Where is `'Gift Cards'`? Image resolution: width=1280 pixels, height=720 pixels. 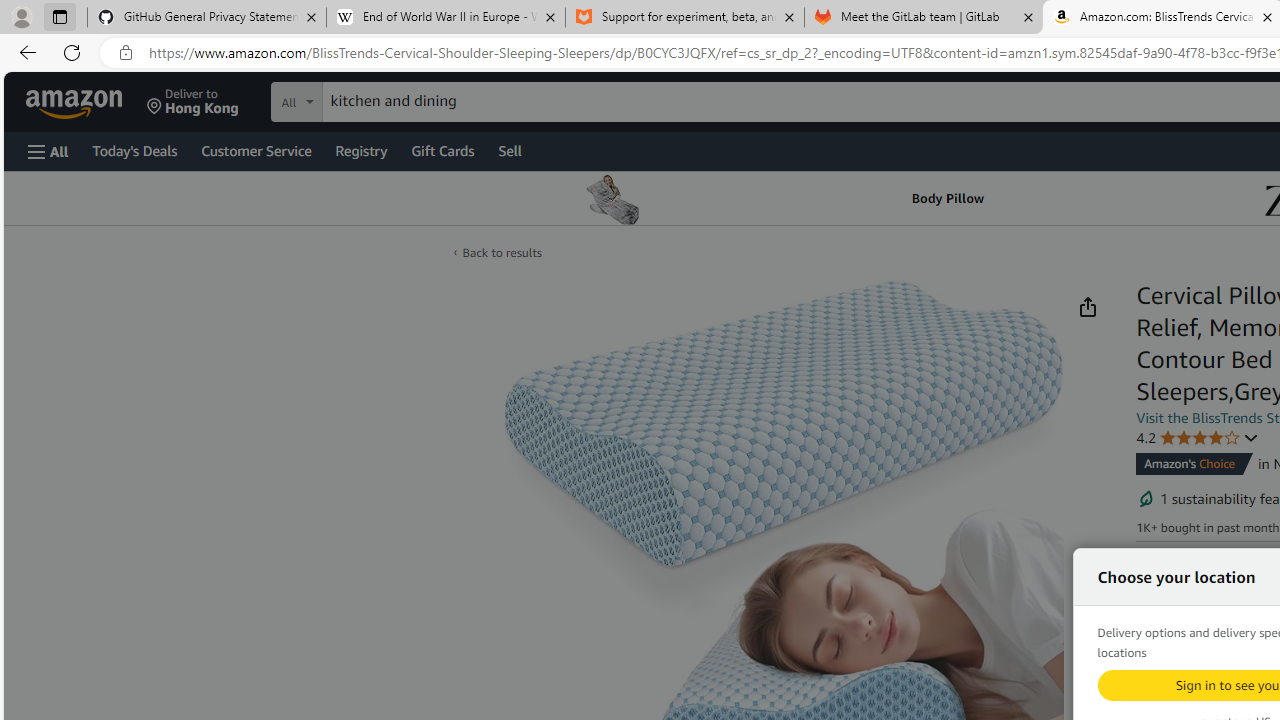
'Gift Cards' is located at coordinates (441, 149).